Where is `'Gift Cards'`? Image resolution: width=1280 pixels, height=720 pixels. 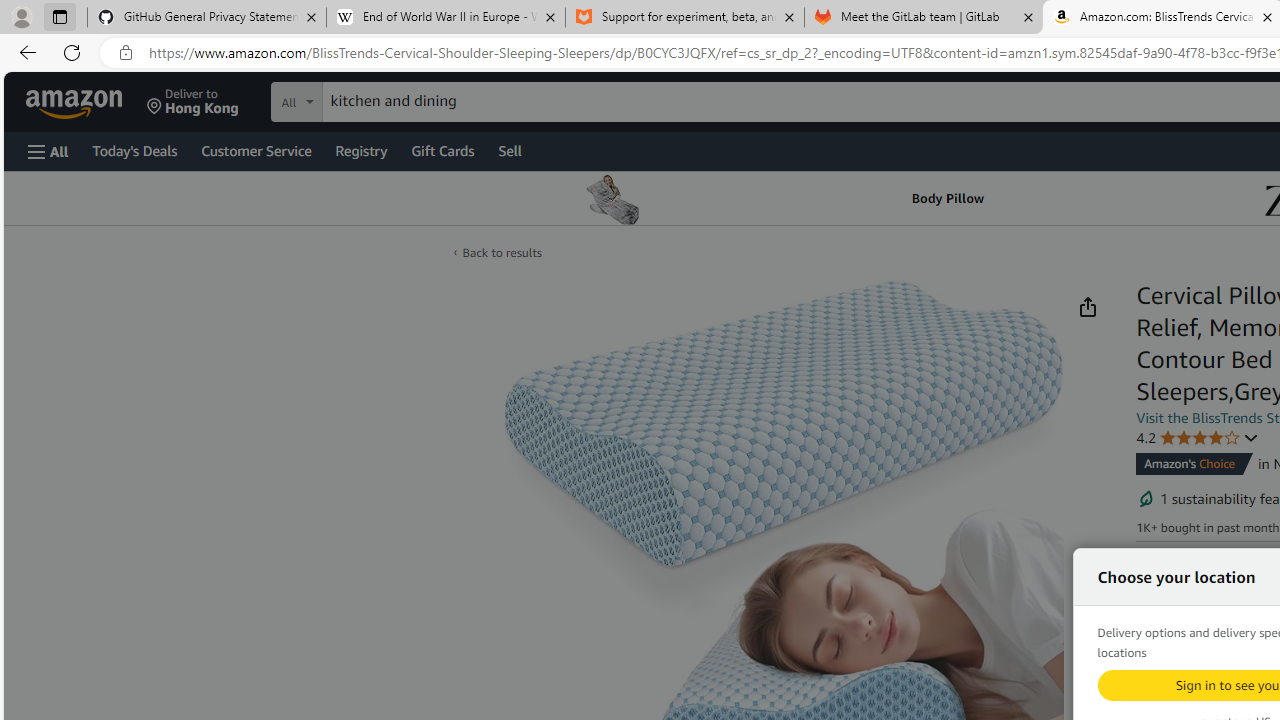
'Gift Cards' is located at coordinates (441, 149).